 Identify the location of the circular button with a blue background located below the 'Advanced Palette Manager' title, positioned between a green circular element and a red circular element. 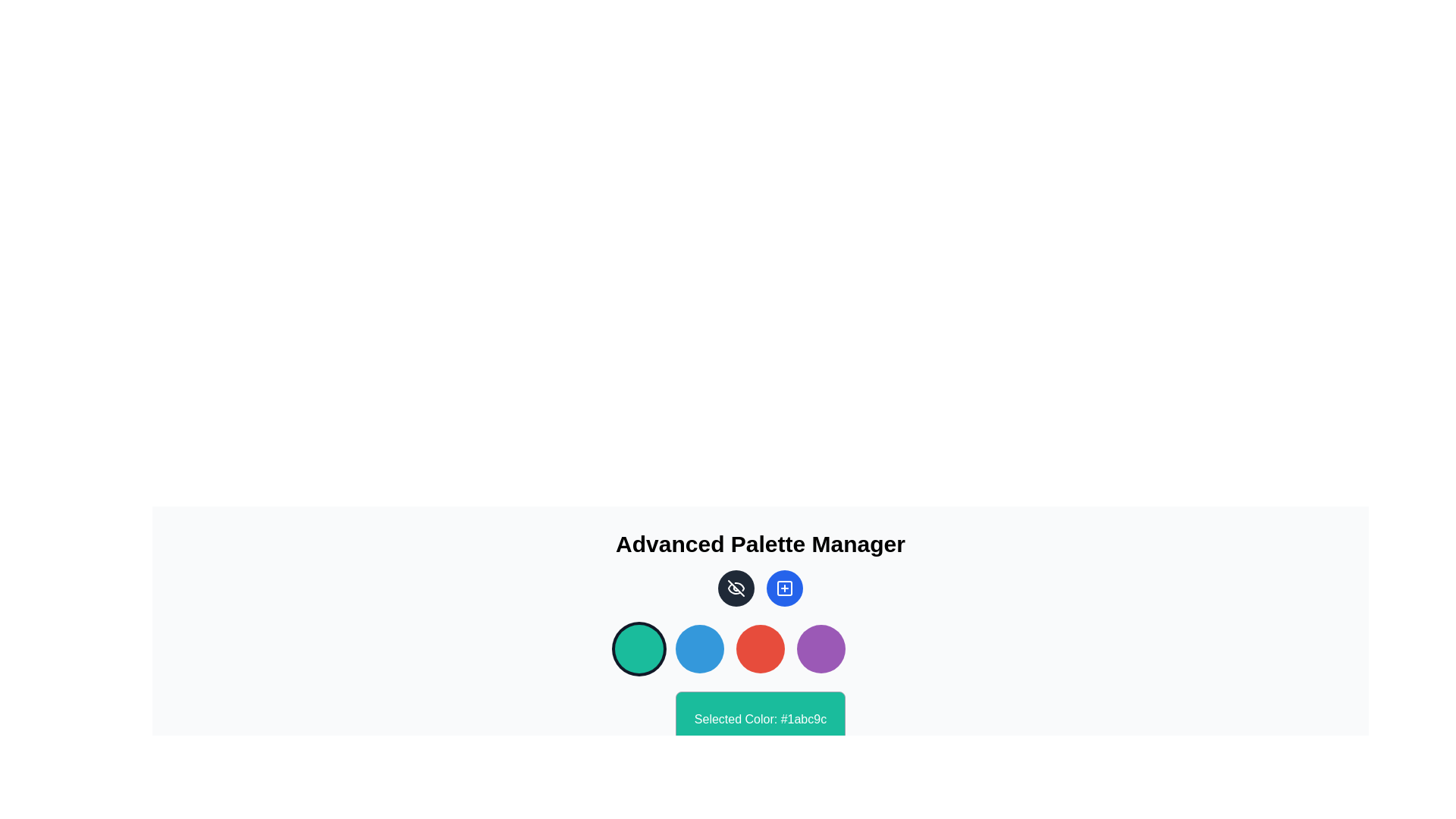
(698, 648).